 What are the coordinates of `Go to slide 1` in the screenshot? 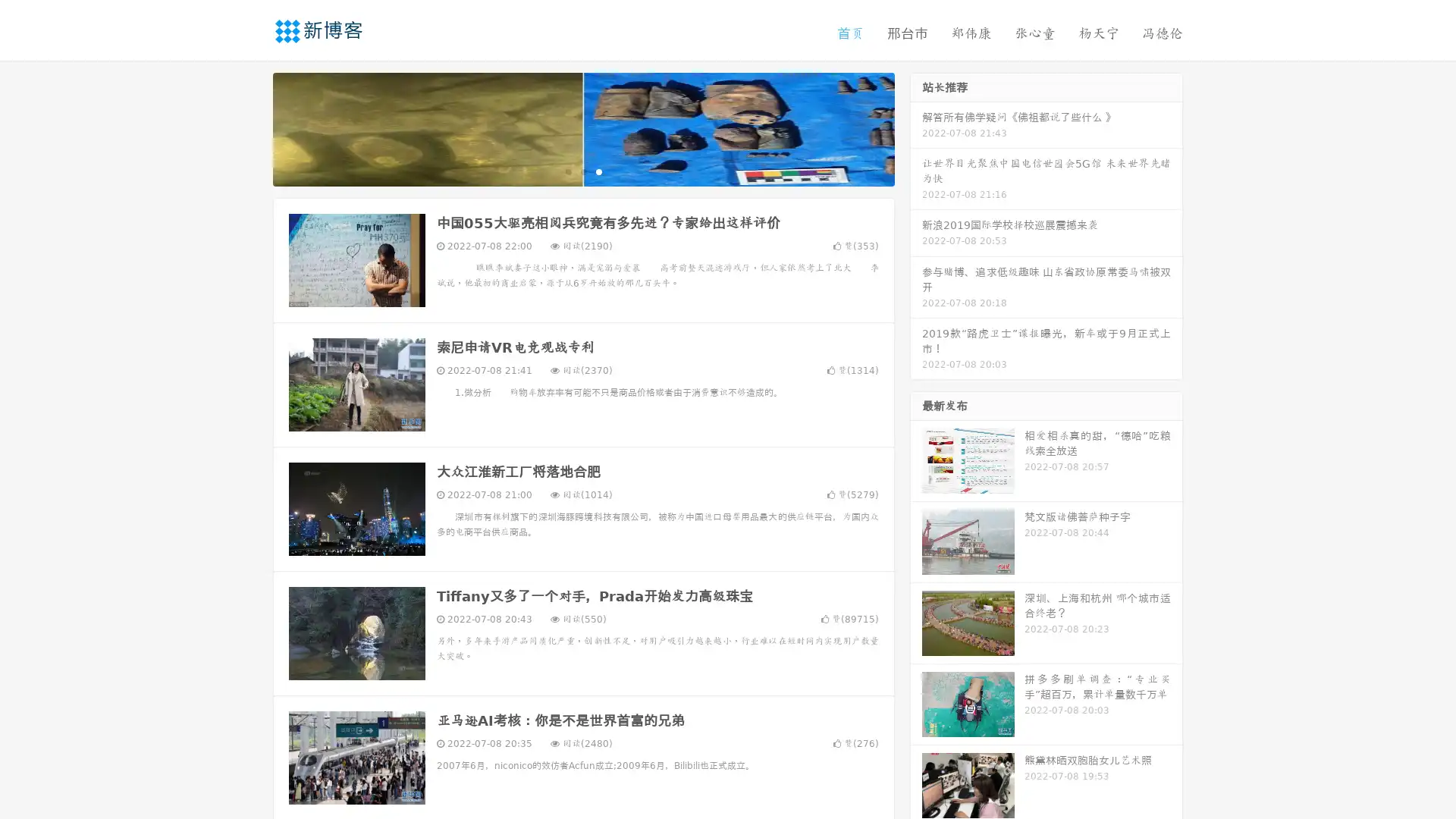 It's located at (567, 171).